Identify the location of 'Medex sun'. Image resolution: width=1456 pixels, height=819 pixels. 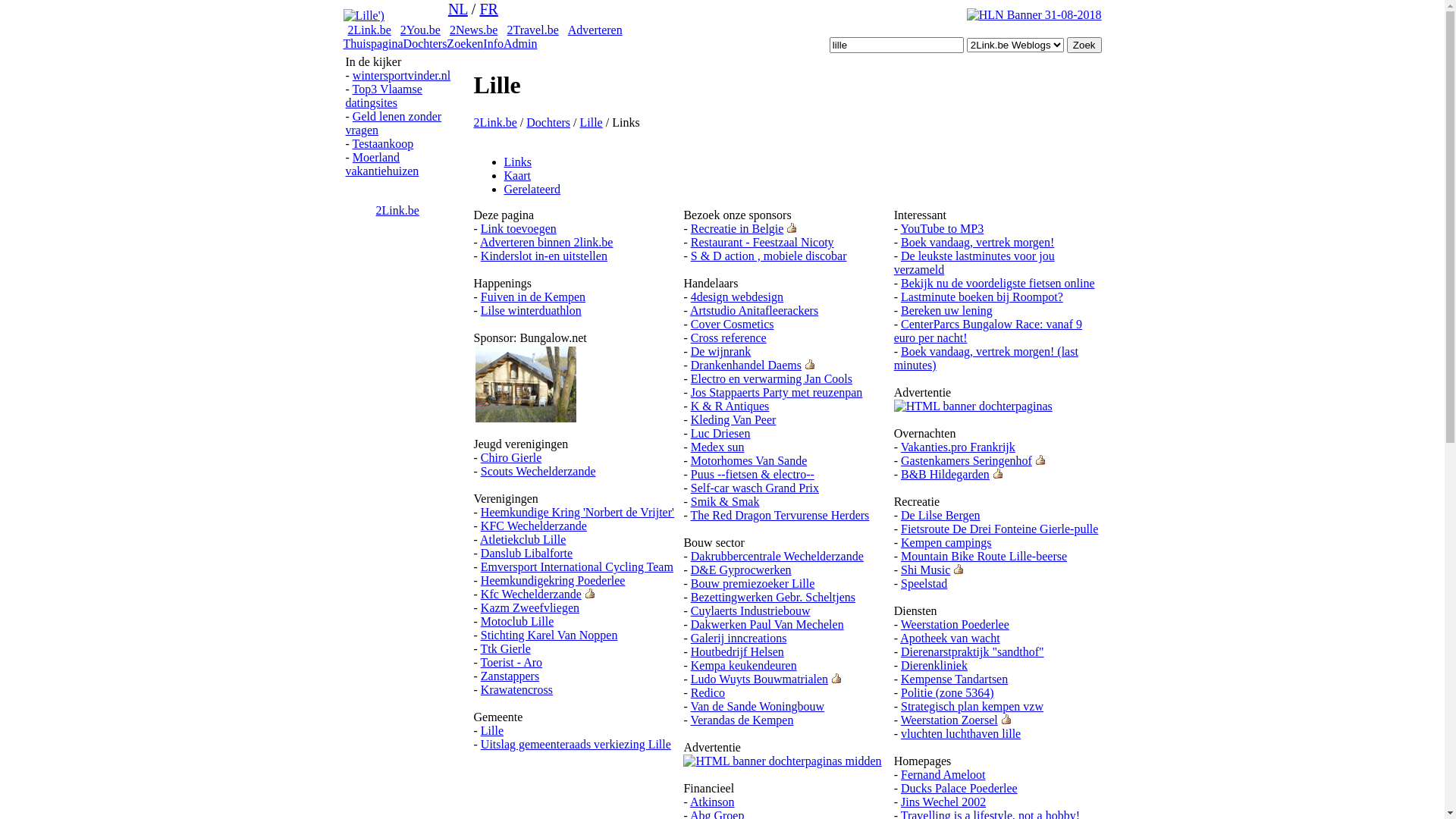
(717, 446).